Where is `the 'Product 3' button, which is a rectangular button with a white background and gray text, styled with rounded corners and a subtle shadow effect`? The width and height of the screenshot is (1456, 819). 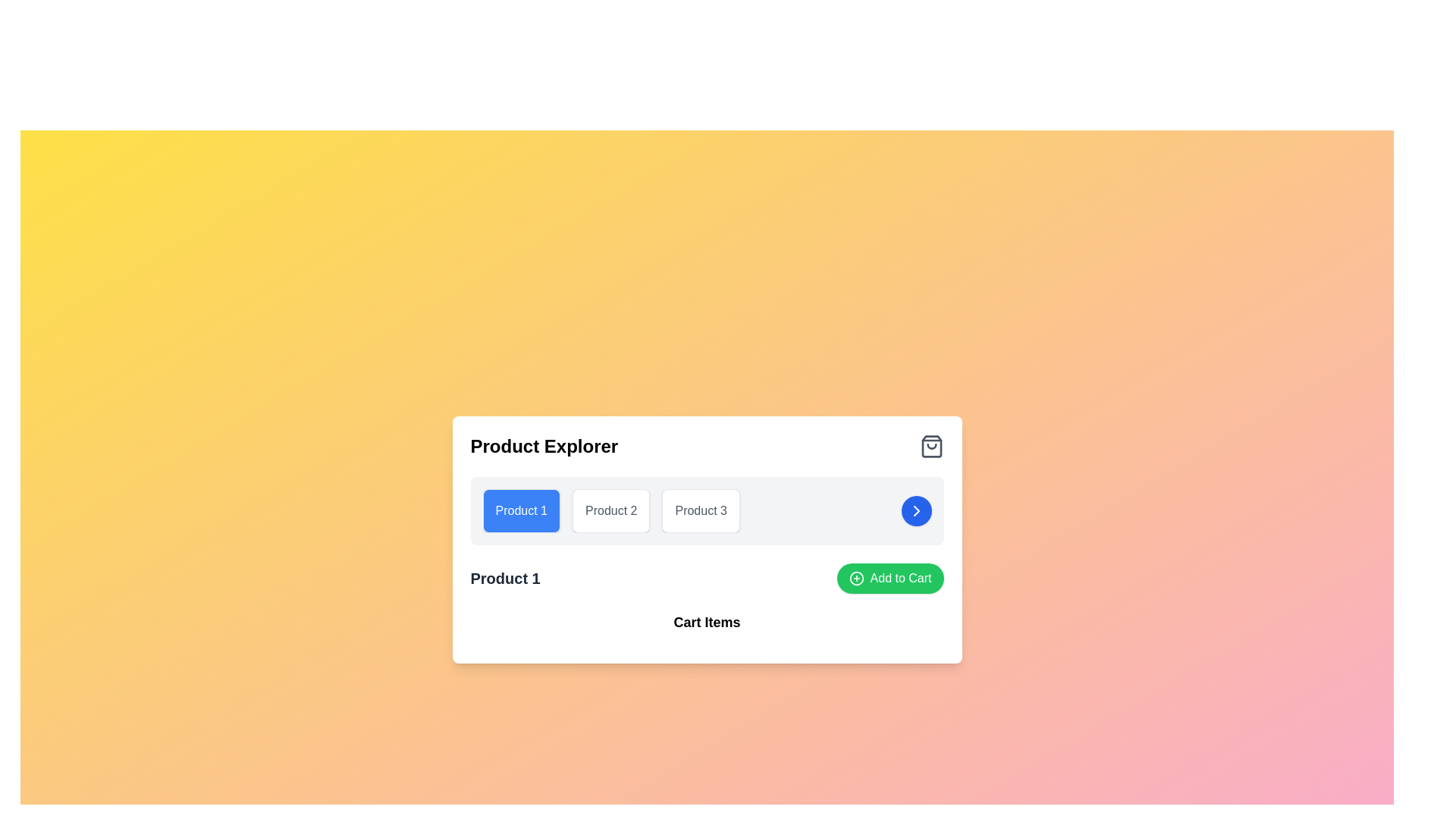
the 'Product 3' button, which is a rectangular button with a white background and gray text, styled with rounded corners and a subtle shadow effect is located at coordinates (700, 511).